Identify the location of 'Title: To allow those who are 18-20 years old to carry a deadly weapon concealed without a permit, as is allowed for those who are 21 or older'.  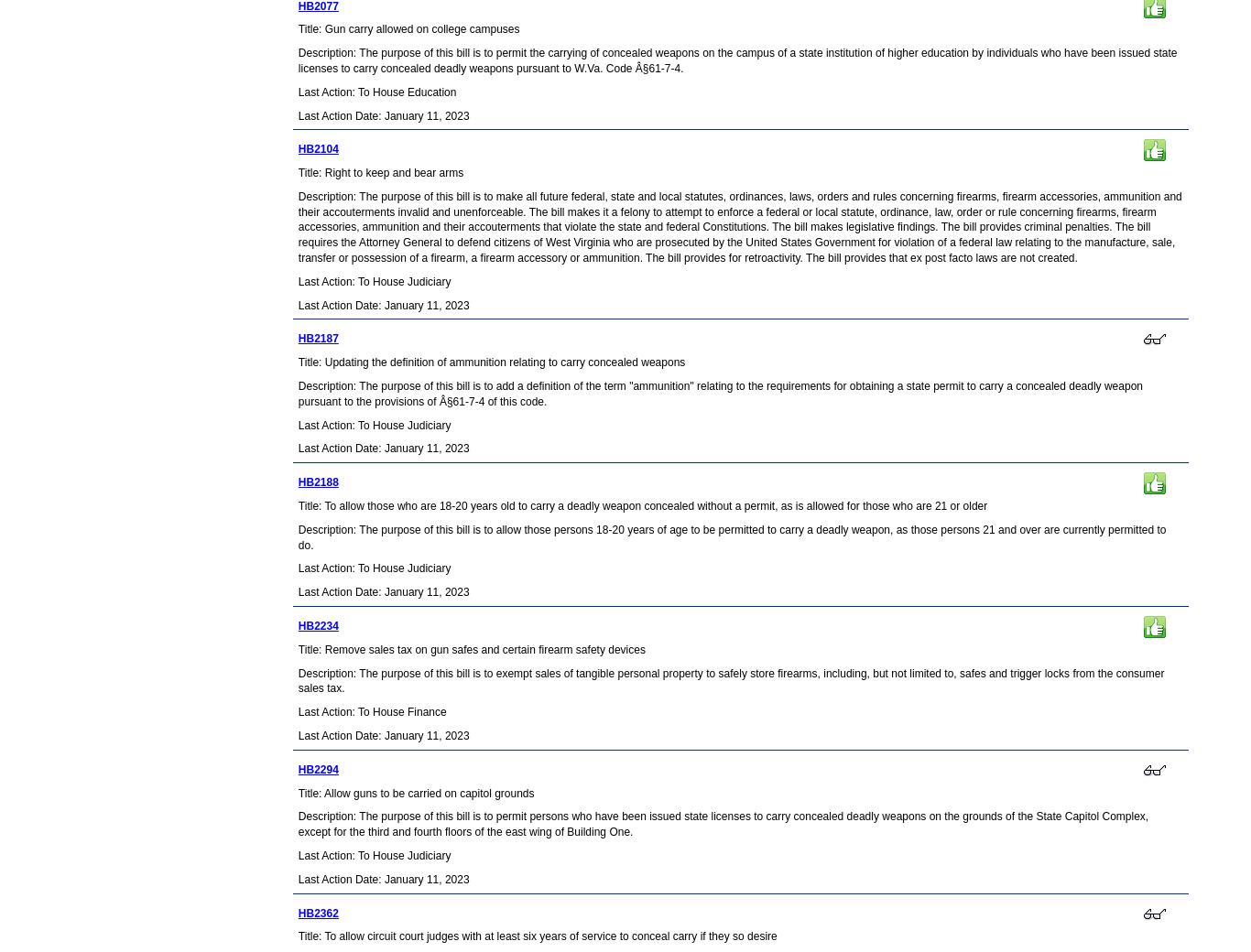
(642, 504).